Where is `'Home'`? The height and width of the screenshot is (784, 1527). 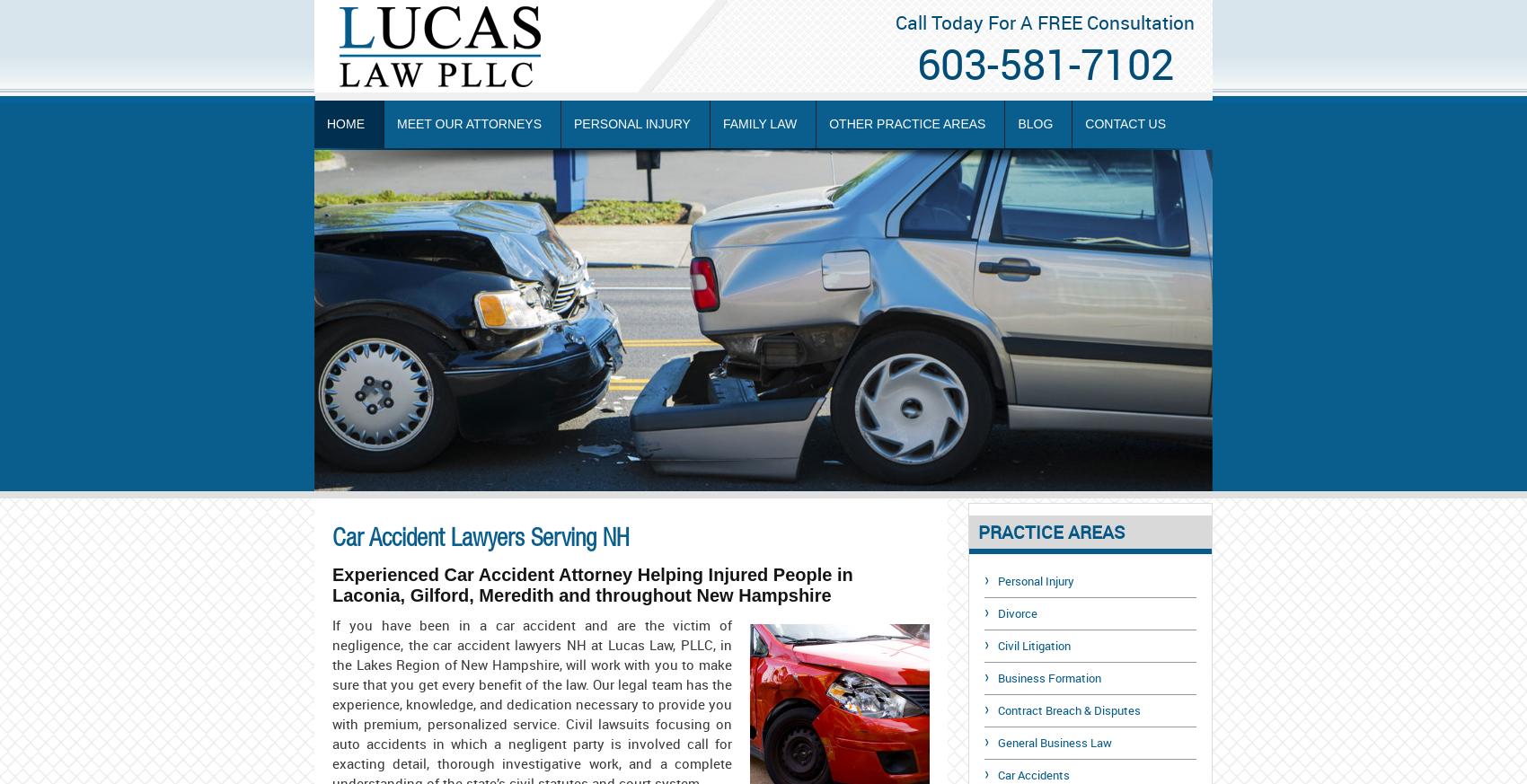 'Home' is located at coordinates (345, 124).